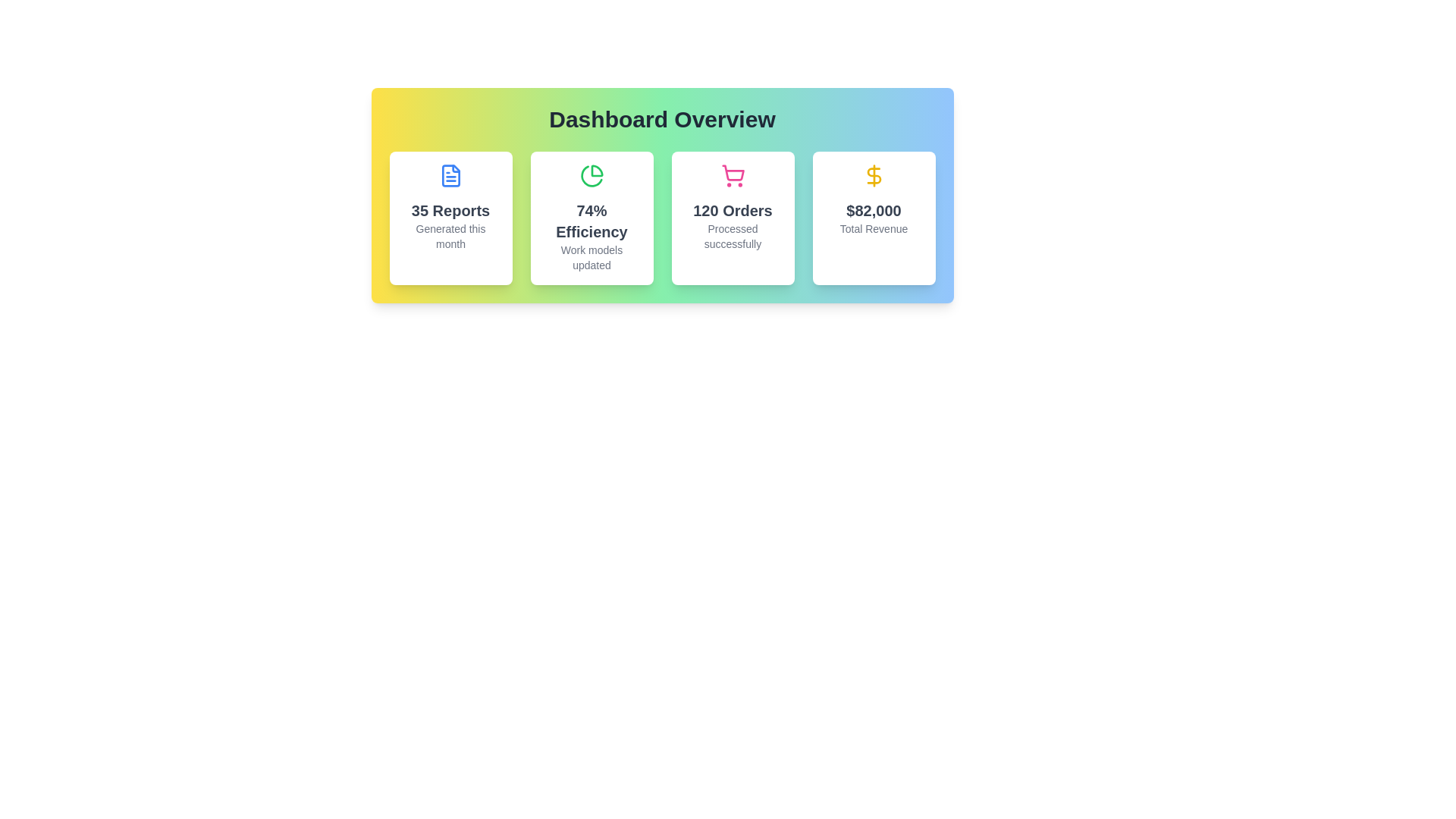 The height and width of the screenshot is (819, 1456). What do you see at coordinates (591, 256) in the screenshot?
I see `the supplemental Text element providing context for the '74% Efficiency' metric, located centrally below it within the second card in a row of four cards` at bounding box center [591, 256].